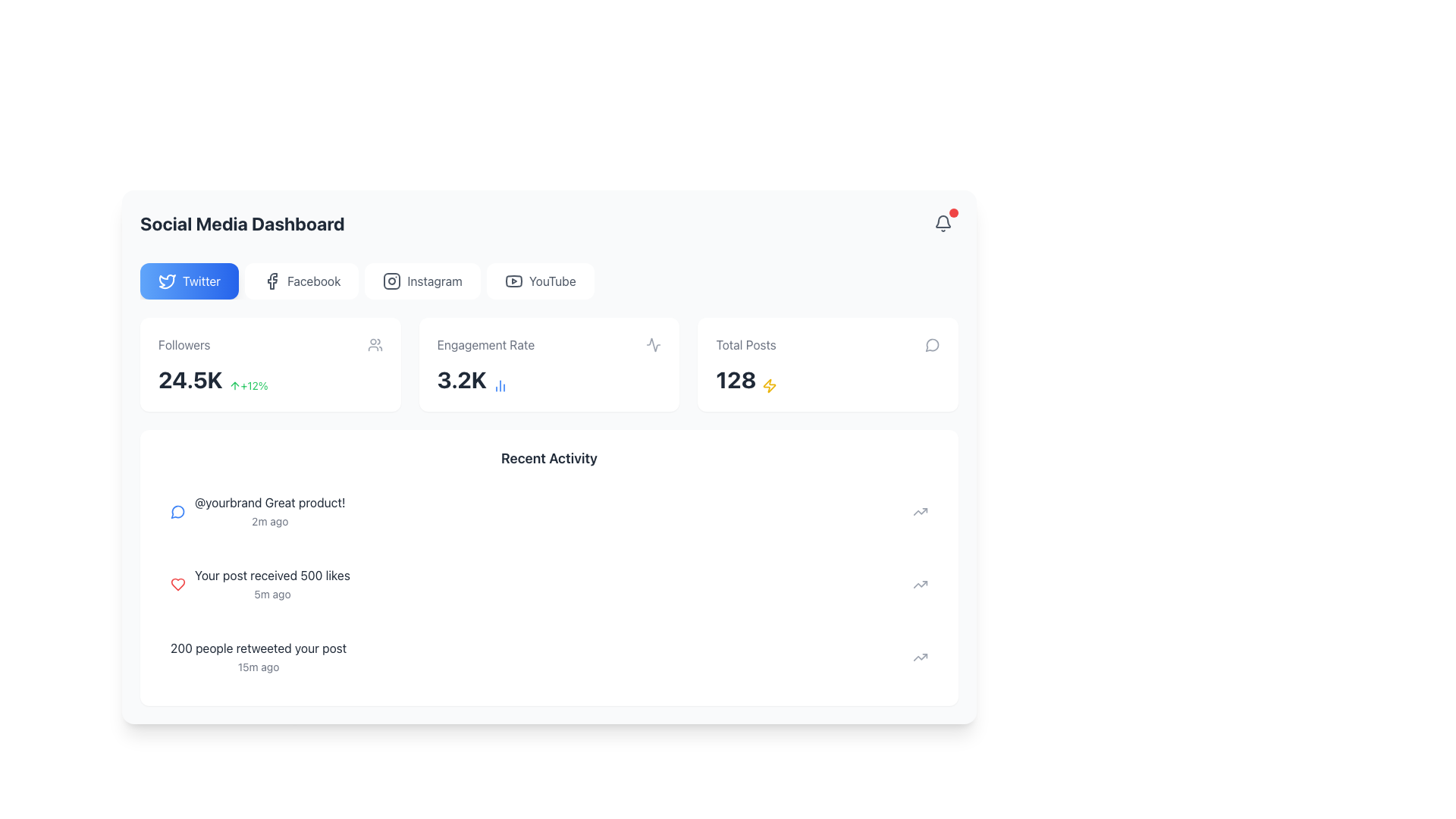 The image size is (1456, 819). I want to click on the messaging icon located near the top-right corner of the user interface, slightly below and to the left of the bell icon, so click(931, 345).